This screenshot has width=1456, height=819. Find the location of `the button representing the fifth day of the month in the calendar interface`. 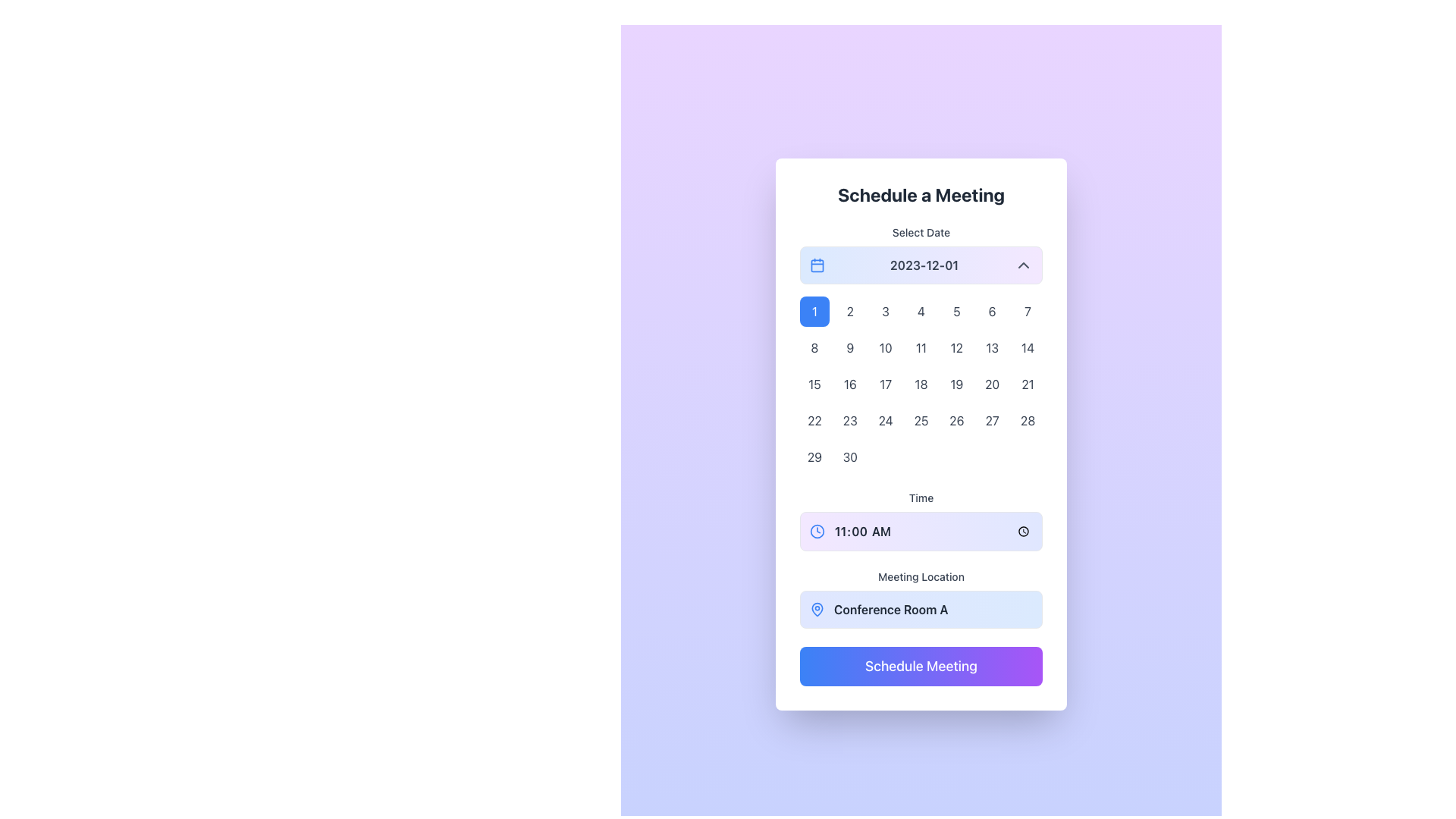

the button representing the fifth day of the month in the calendar interface is located at coordinates (955, 311).